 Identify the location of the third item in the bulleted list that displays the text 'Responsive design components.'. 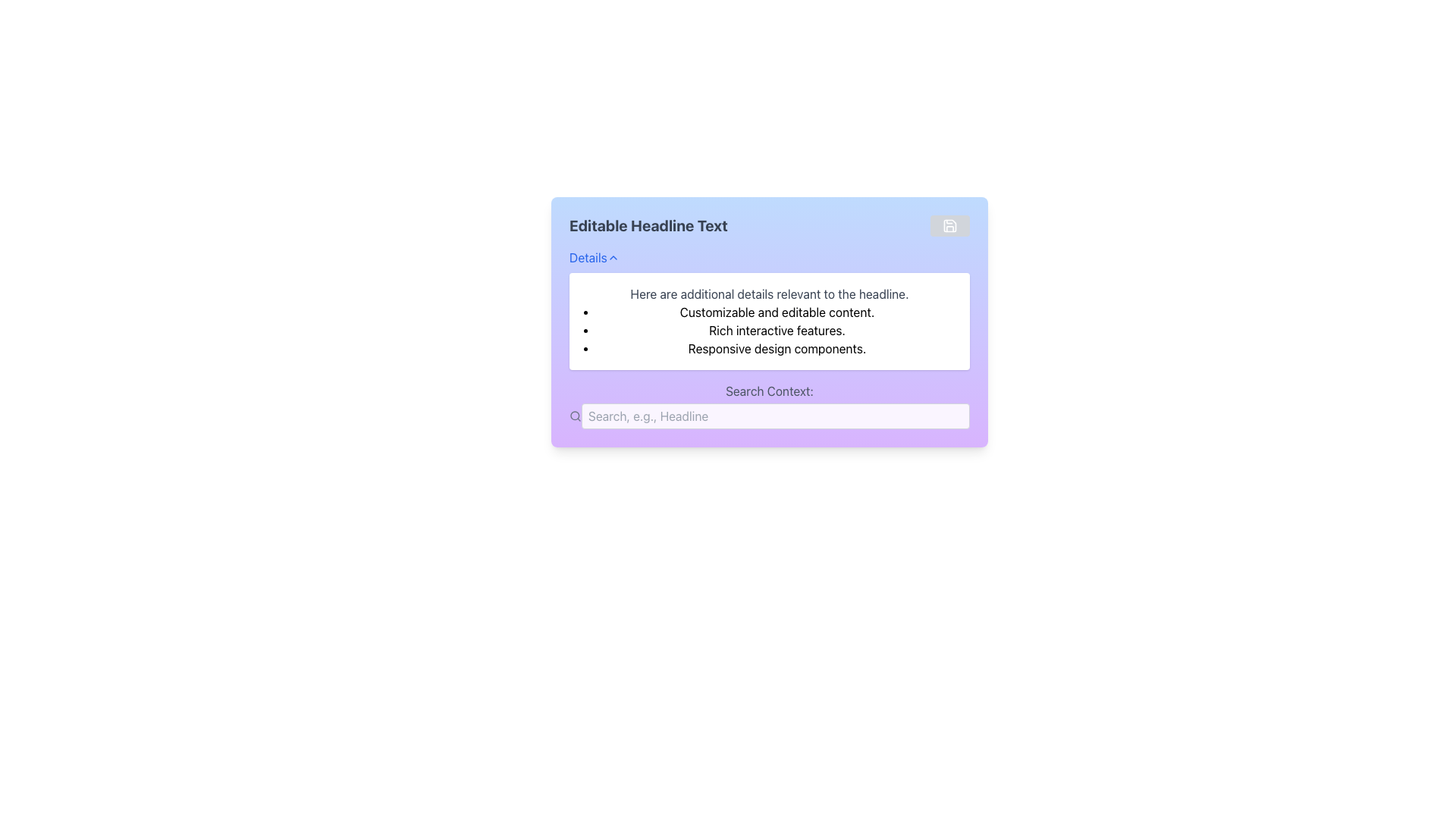
(777, 348).